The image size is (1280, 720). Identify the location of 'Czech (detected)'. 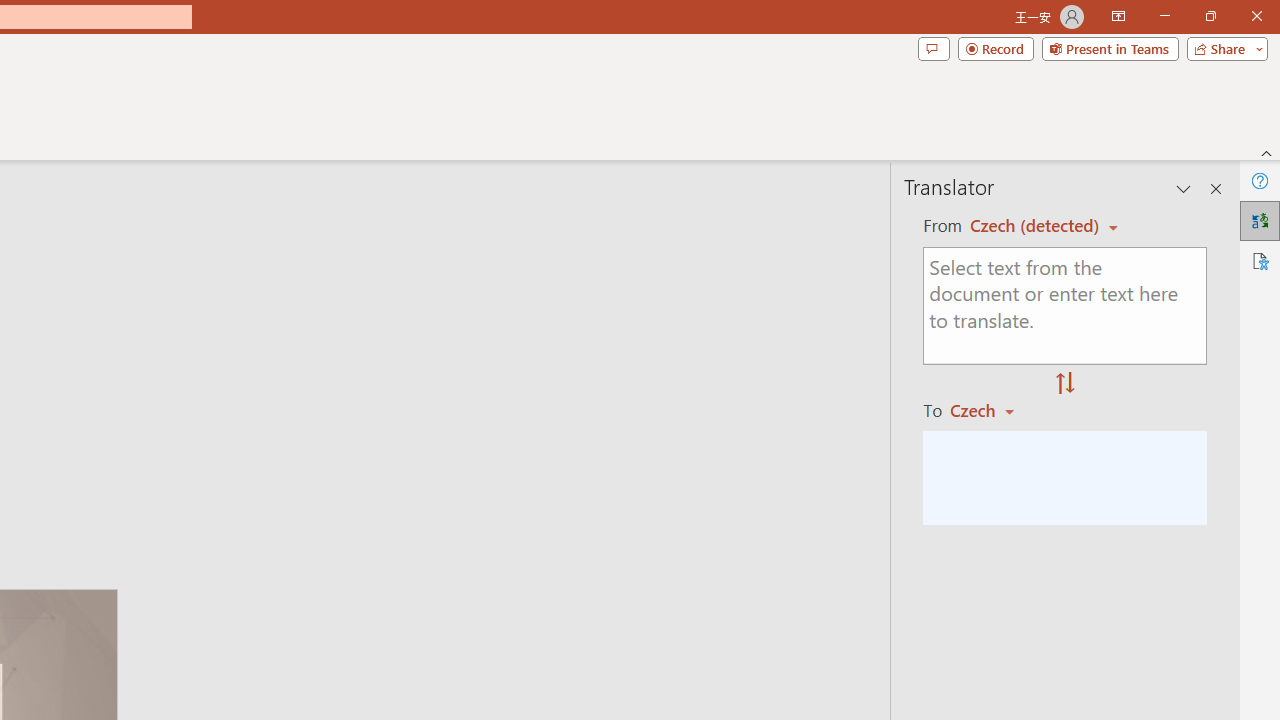
(1037, 225).